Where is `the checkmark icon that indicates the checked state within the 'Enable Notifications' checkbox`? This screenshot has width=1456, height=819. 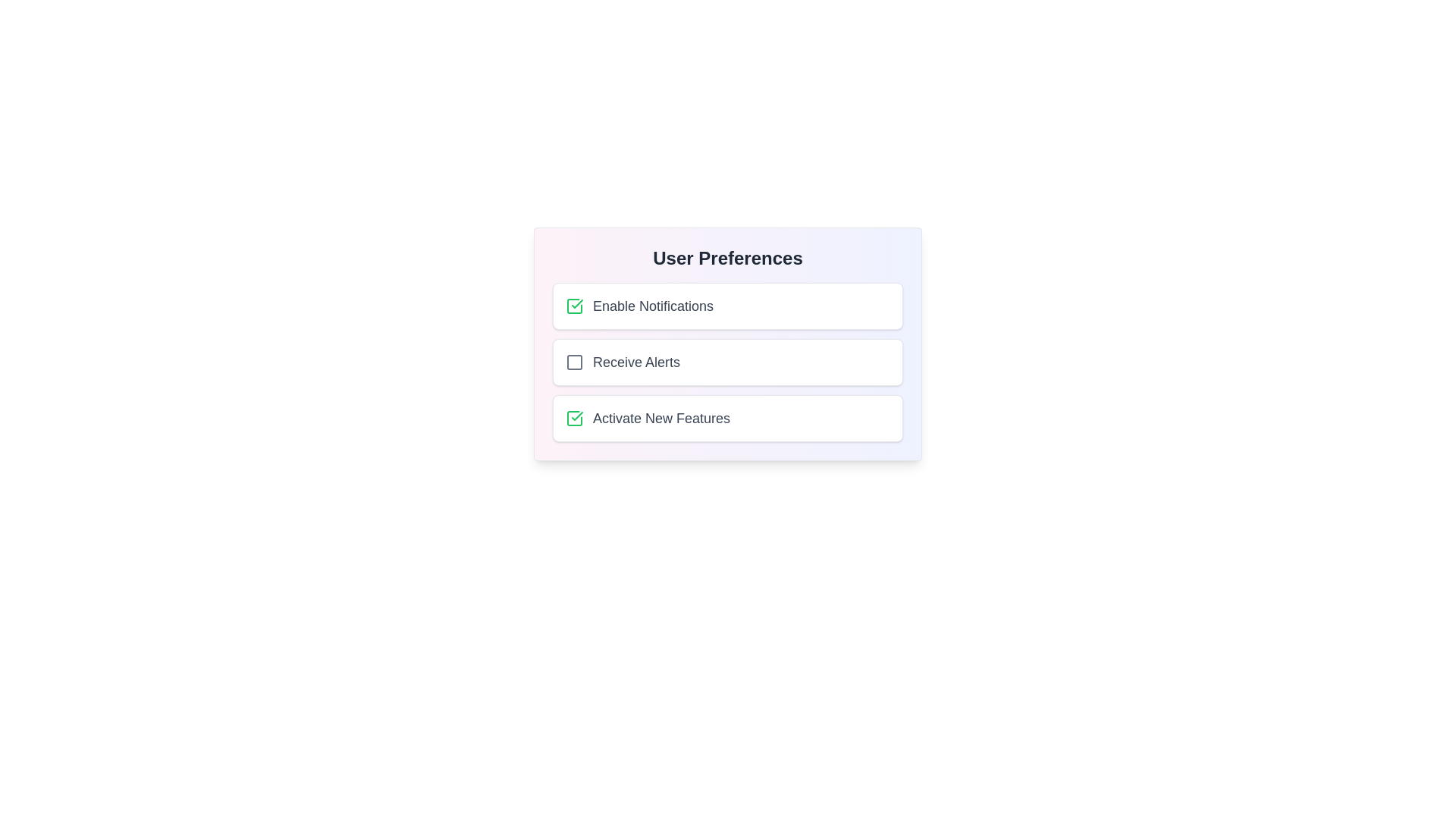 the checkmark icon that indicates the checked state within the 'Enable Notifications' checkbox is located at coordinates (576, 304).